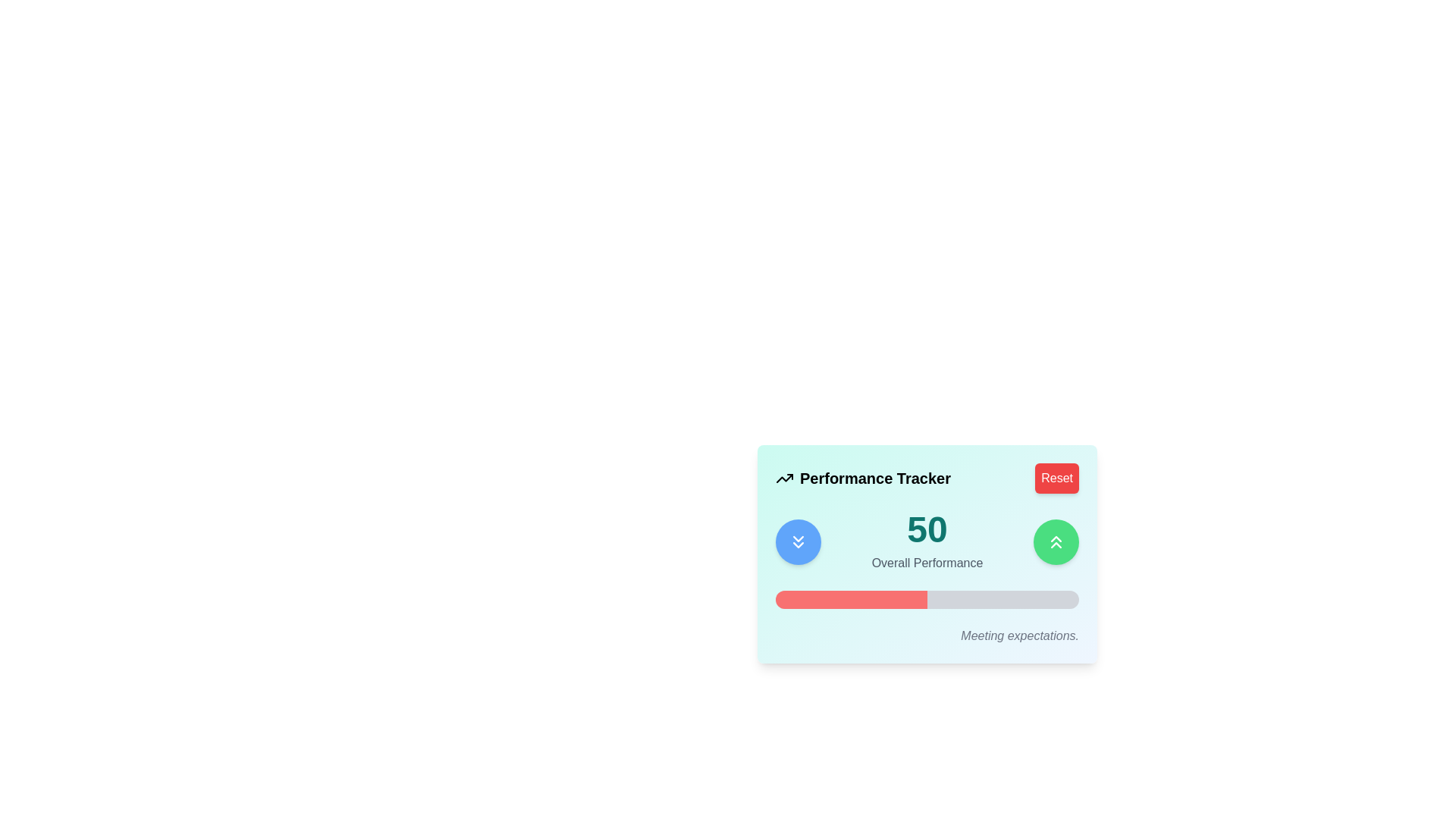  Describe the element at coordinates (881, 598) in the screenshot. I see `performance level` at that location.